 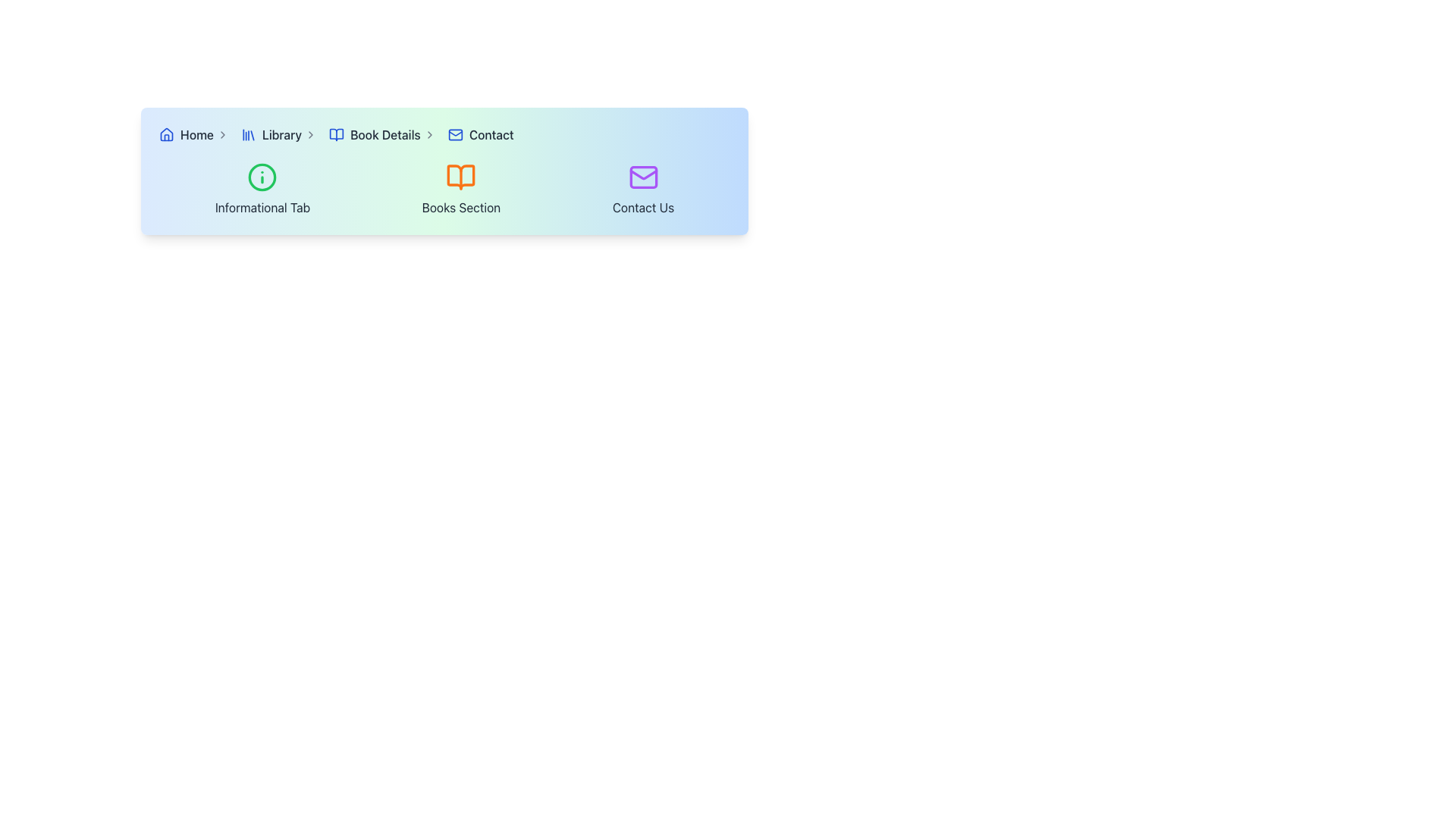 I want to click on the representational 'Books Section' icon in the navigation bar, which visually identifies the section and has no interactive functionality, so click(x=460, y=177).